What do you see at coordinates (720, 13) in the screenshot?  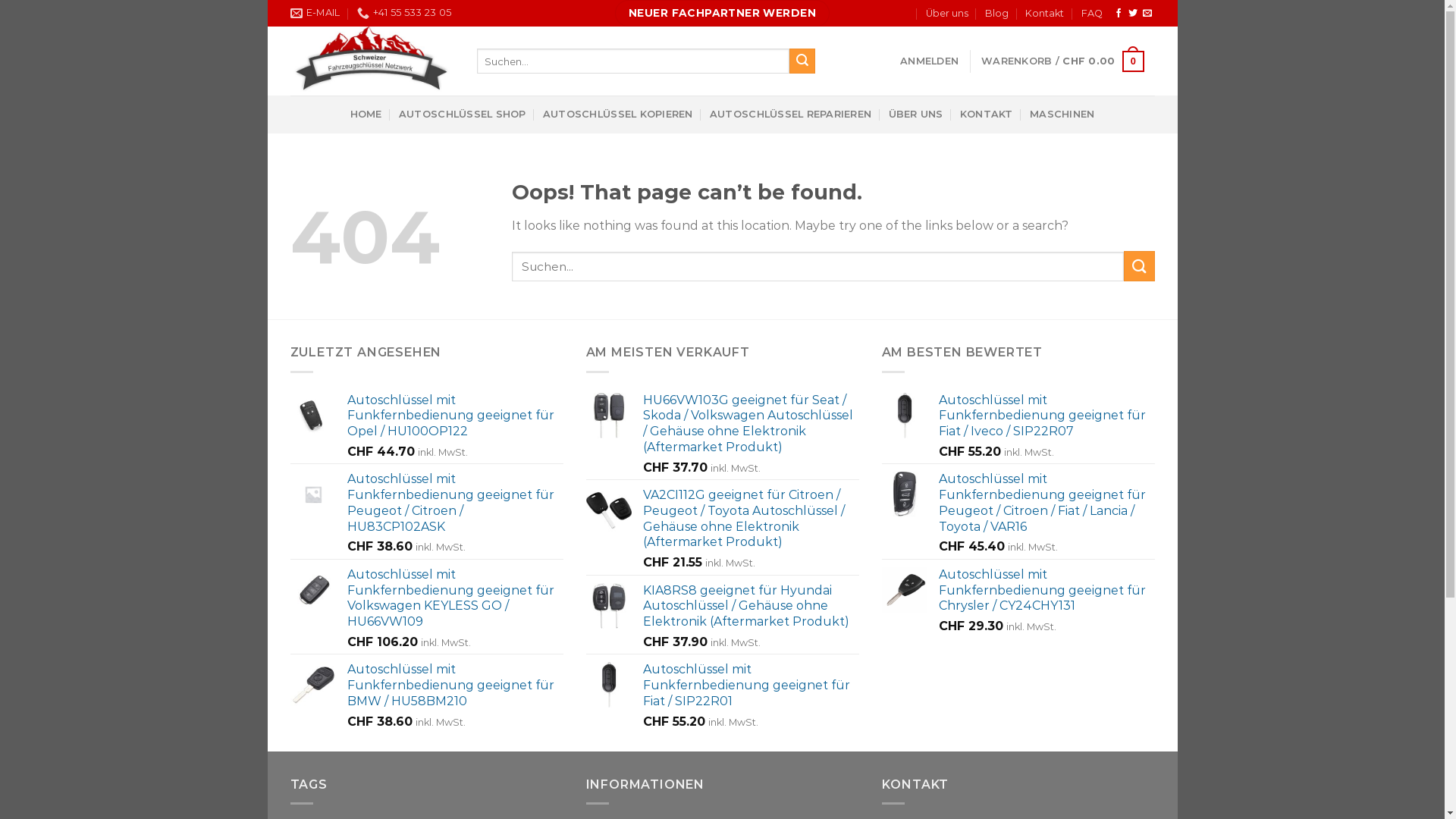 I see `'NEUER FACHPARTNER WERDEN'` at bounding box center [720, 13].